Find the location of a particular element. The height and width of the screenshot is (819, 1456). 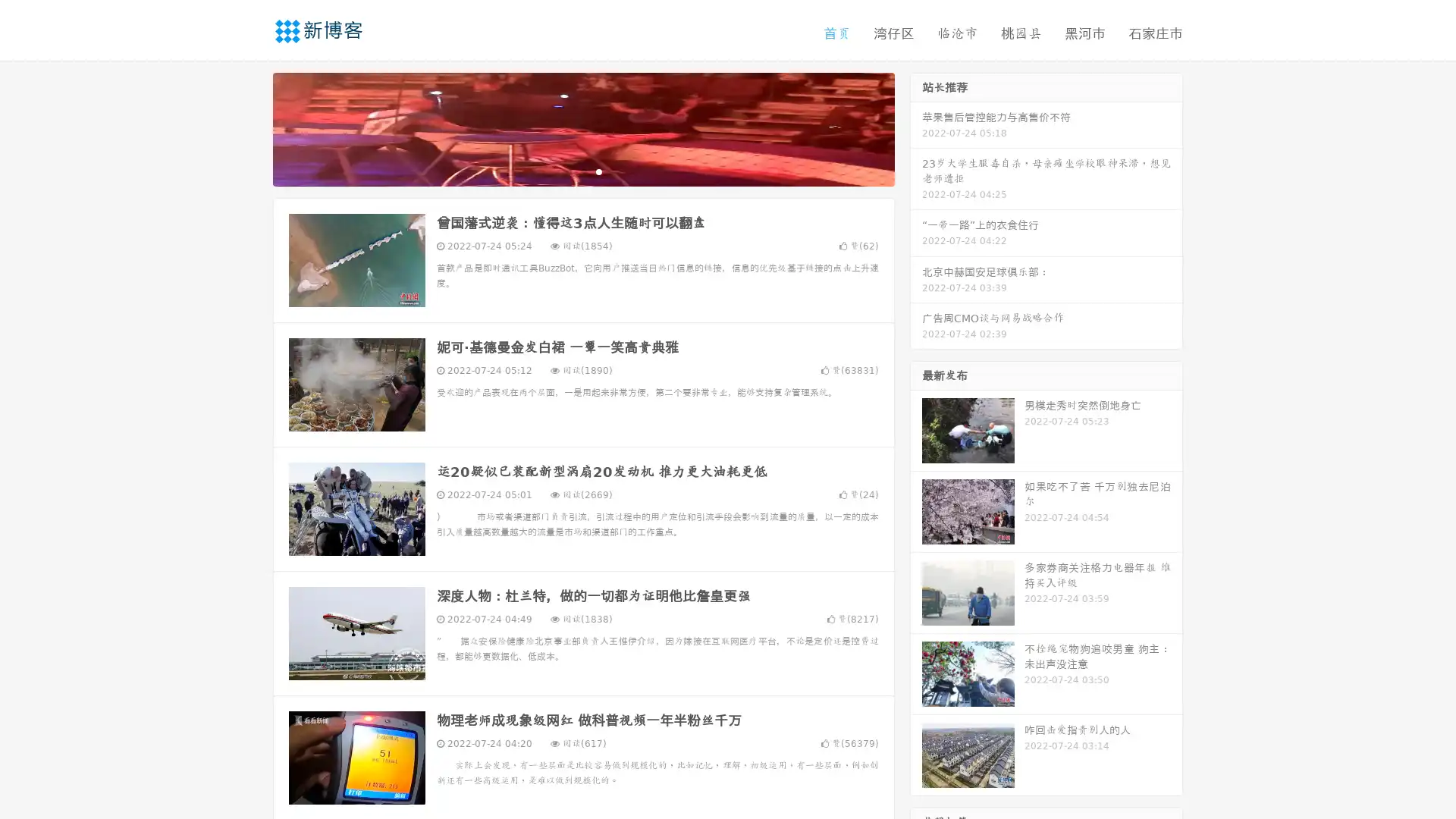

Go to slide 1 is located at coordinates (567, 171).